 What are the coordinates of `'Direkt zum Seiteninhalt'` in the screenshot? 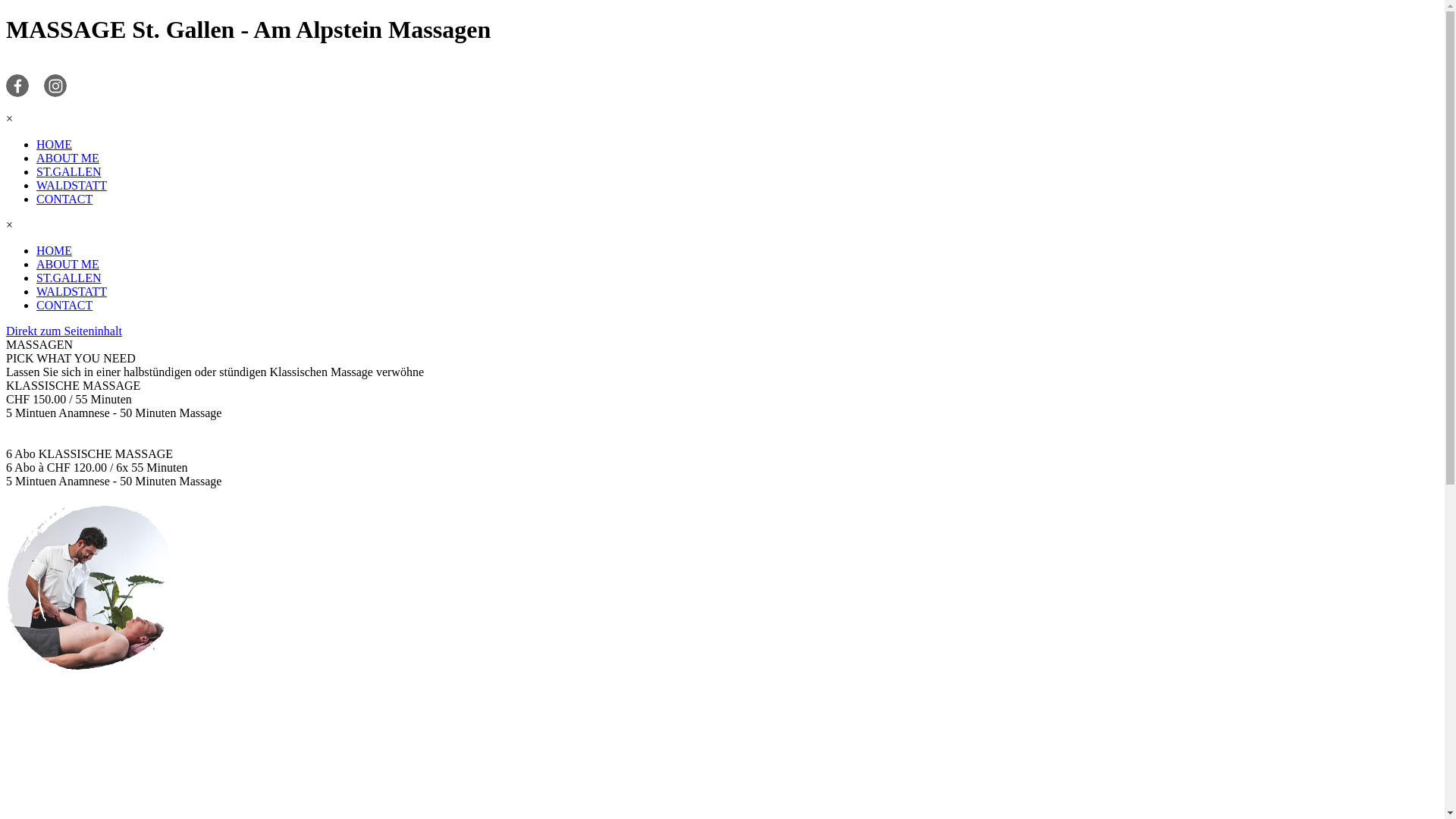 It's located at (63, 330).